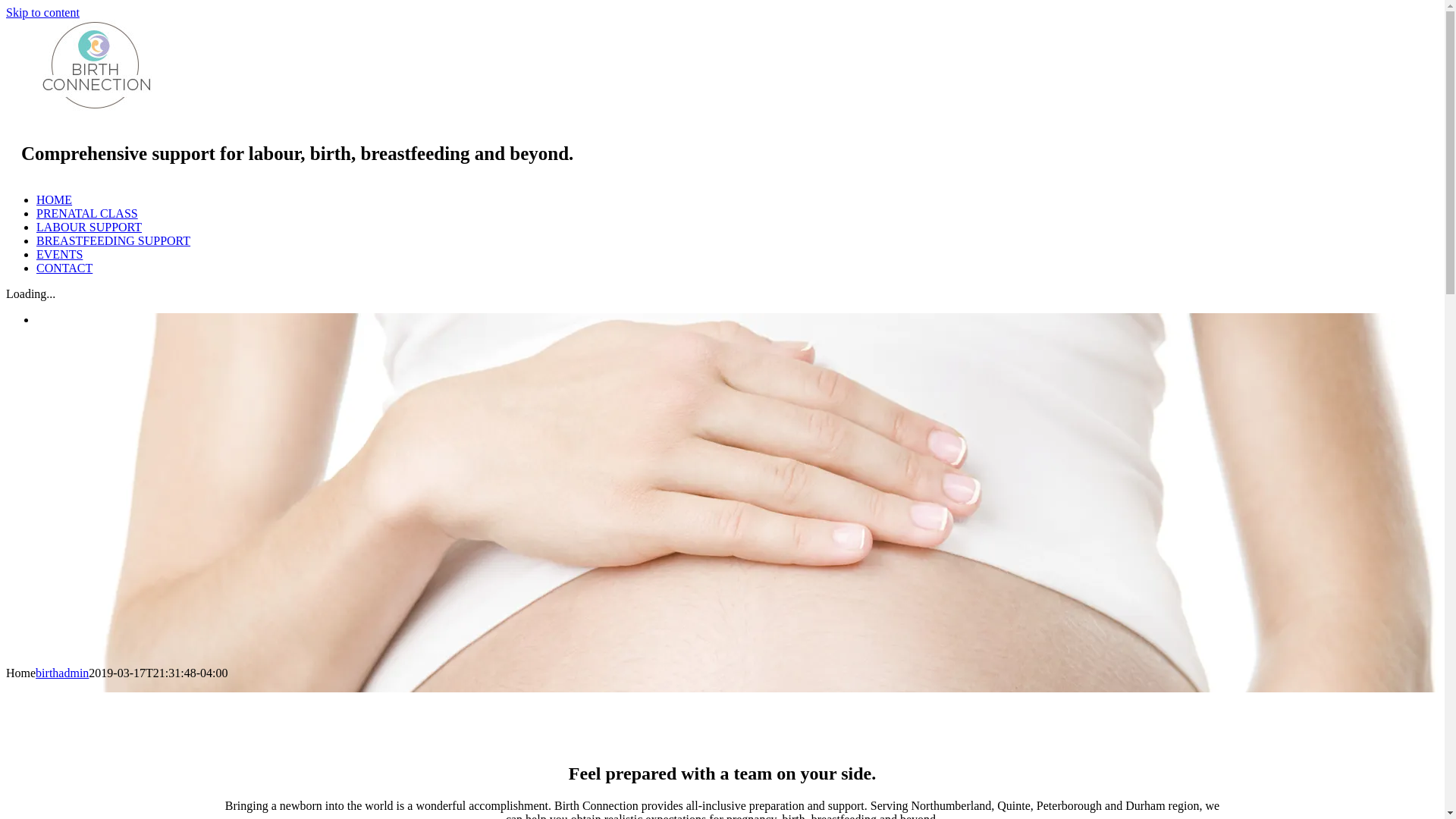  What do you see at coordinates (42, 12) in the screenshot?
I see `'Skip to content'` at bounding box center [42, 12].